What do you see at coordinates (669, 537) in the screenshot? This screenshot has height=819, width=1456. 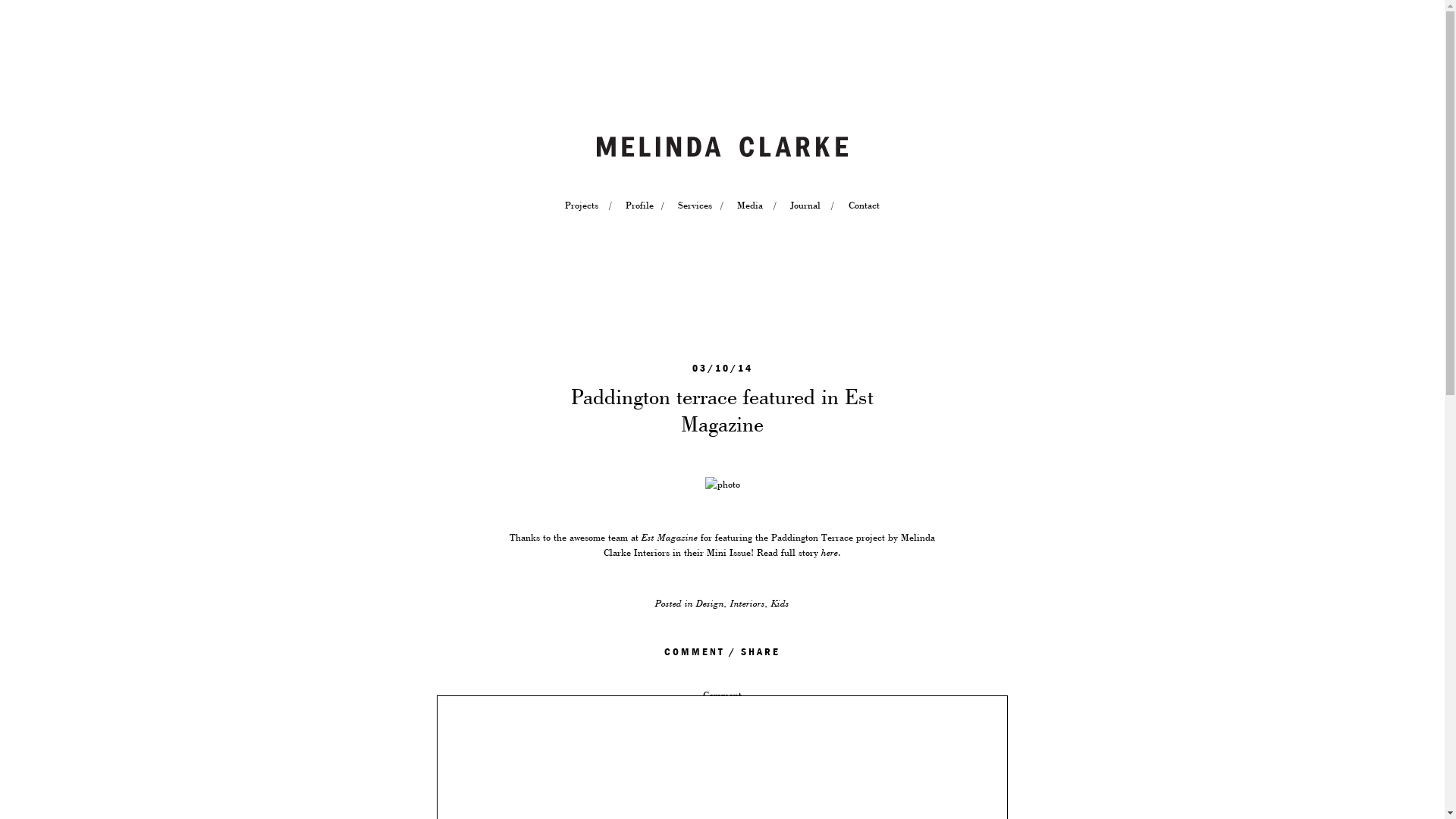 I see `'Est Magazine'` at bounding box center [669, 537].